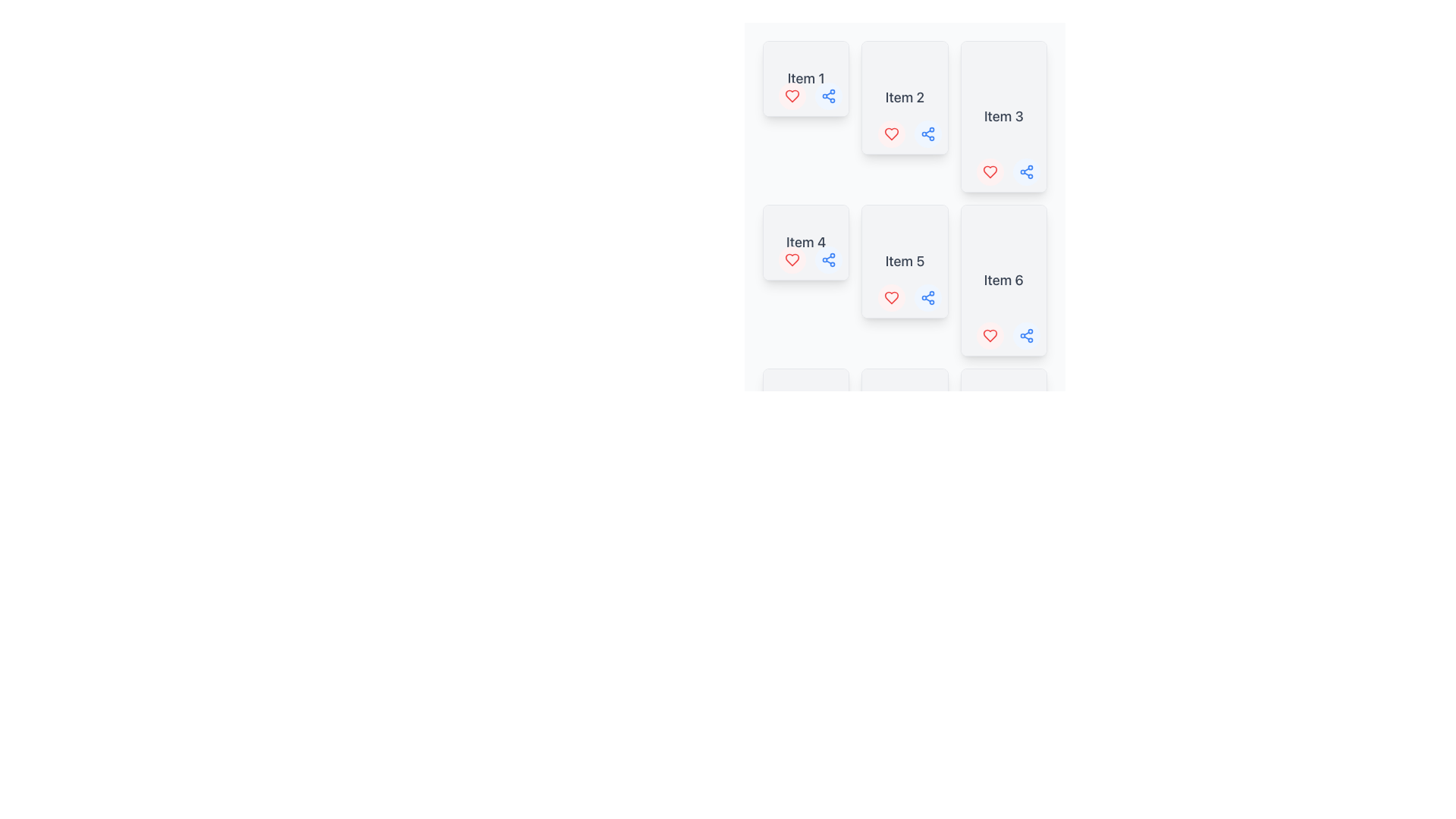 This screenshot has height=819, width=1456. I want to click on the sharing icon, which is a graphical representation of a network with three interconnected circles, located at the bottom-right corner of the 'Item 4' card, so click(828, 259).